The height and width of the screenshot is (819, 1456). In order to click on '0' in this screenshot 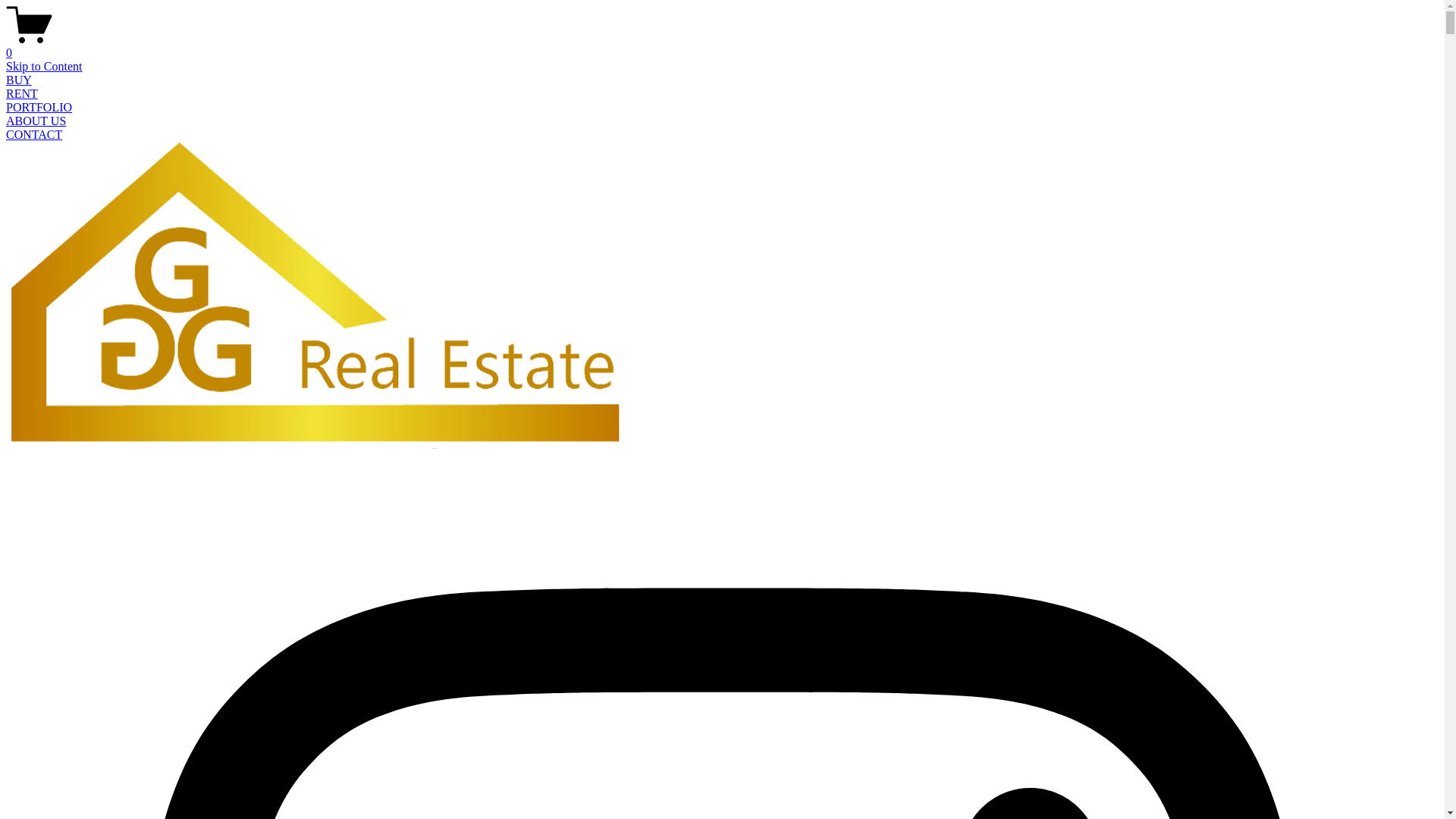, I will do `click(721, 45)`.